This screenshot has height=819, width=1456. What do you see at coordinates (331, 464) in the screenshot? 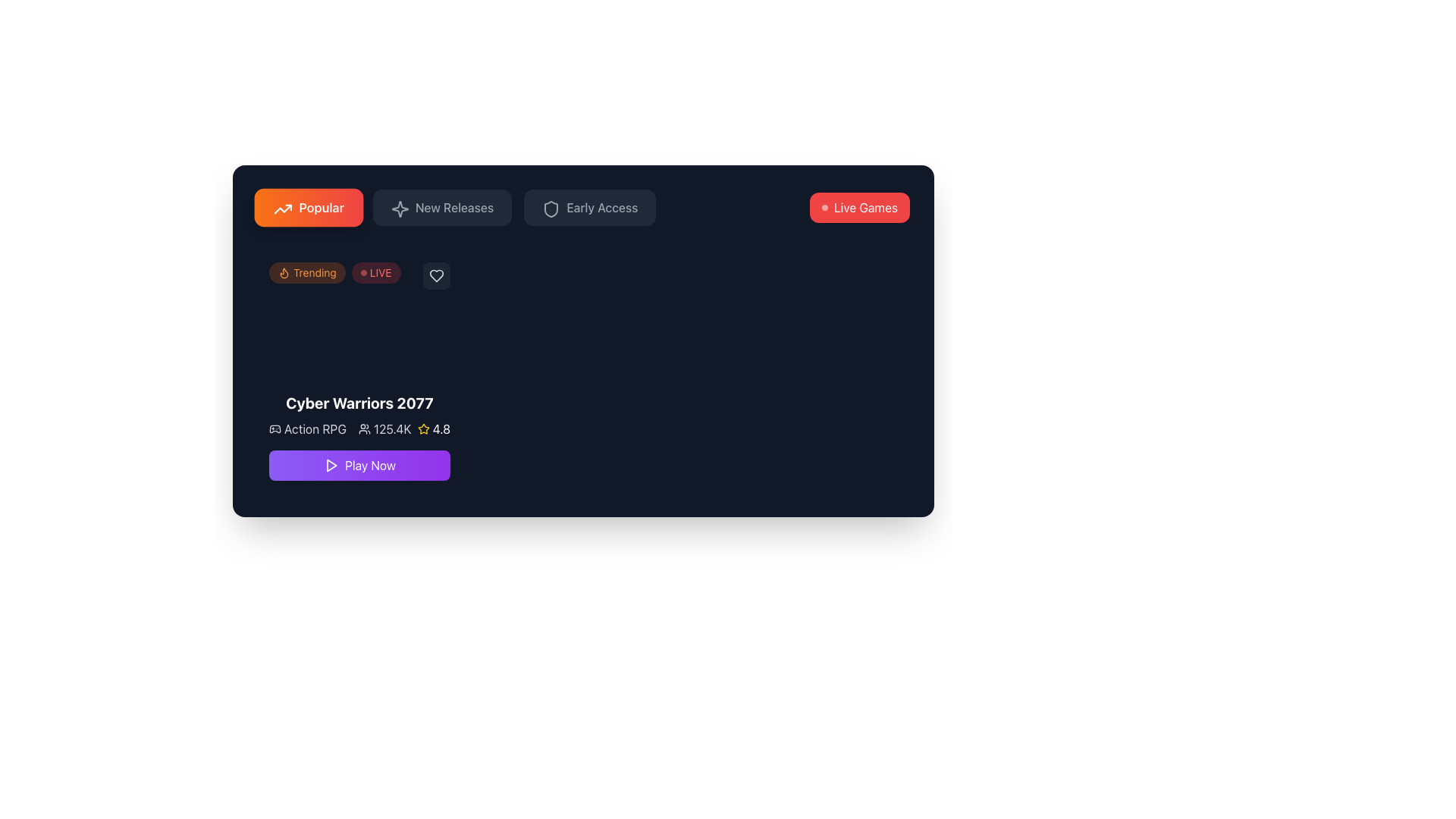
I see `the triangular play icon located within the purple 'Play Now' button at the bottom of the card component` at bounding box center [331, 464].